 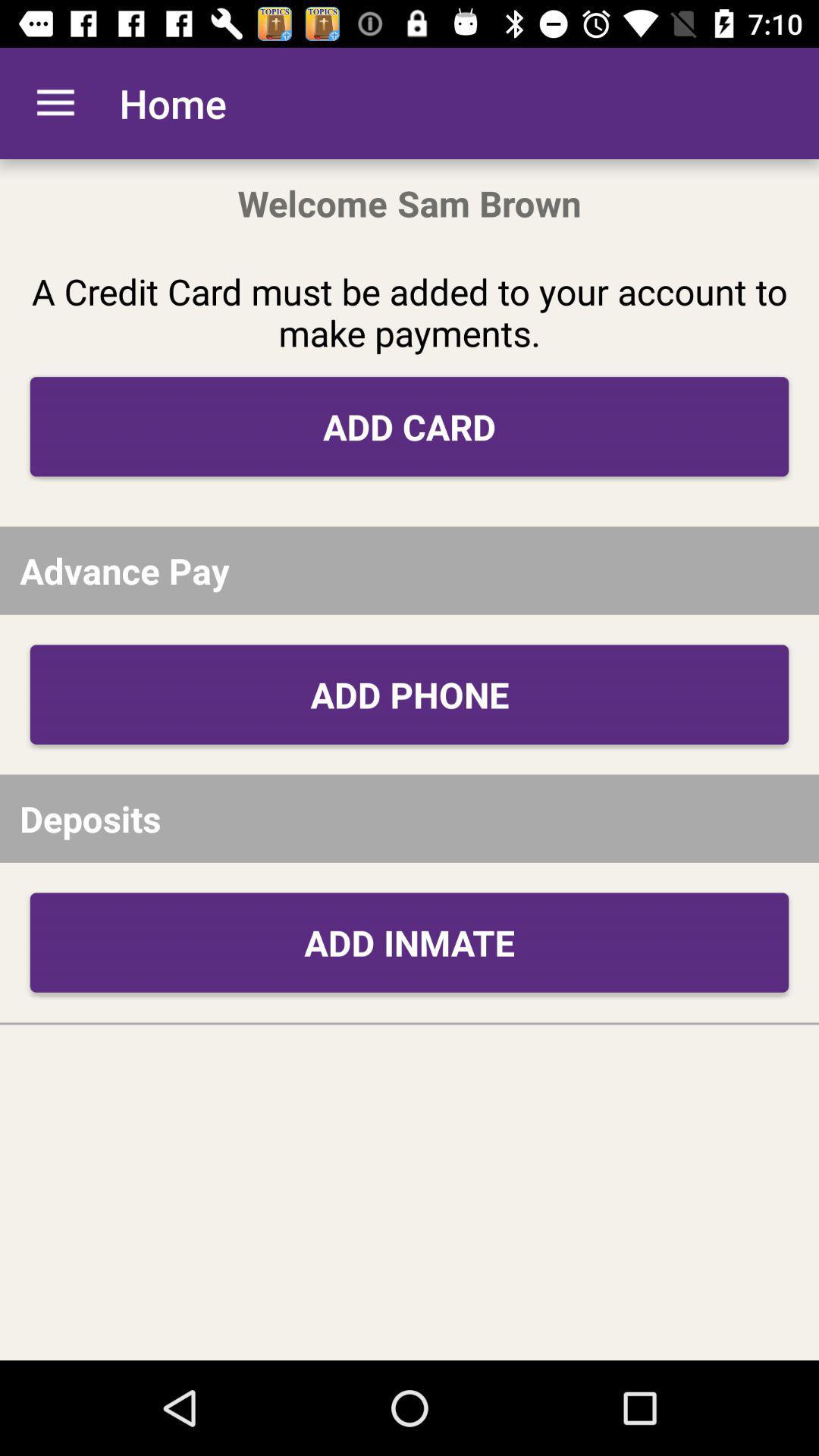 I want to click on the add phone, so click(x=409, y=694).